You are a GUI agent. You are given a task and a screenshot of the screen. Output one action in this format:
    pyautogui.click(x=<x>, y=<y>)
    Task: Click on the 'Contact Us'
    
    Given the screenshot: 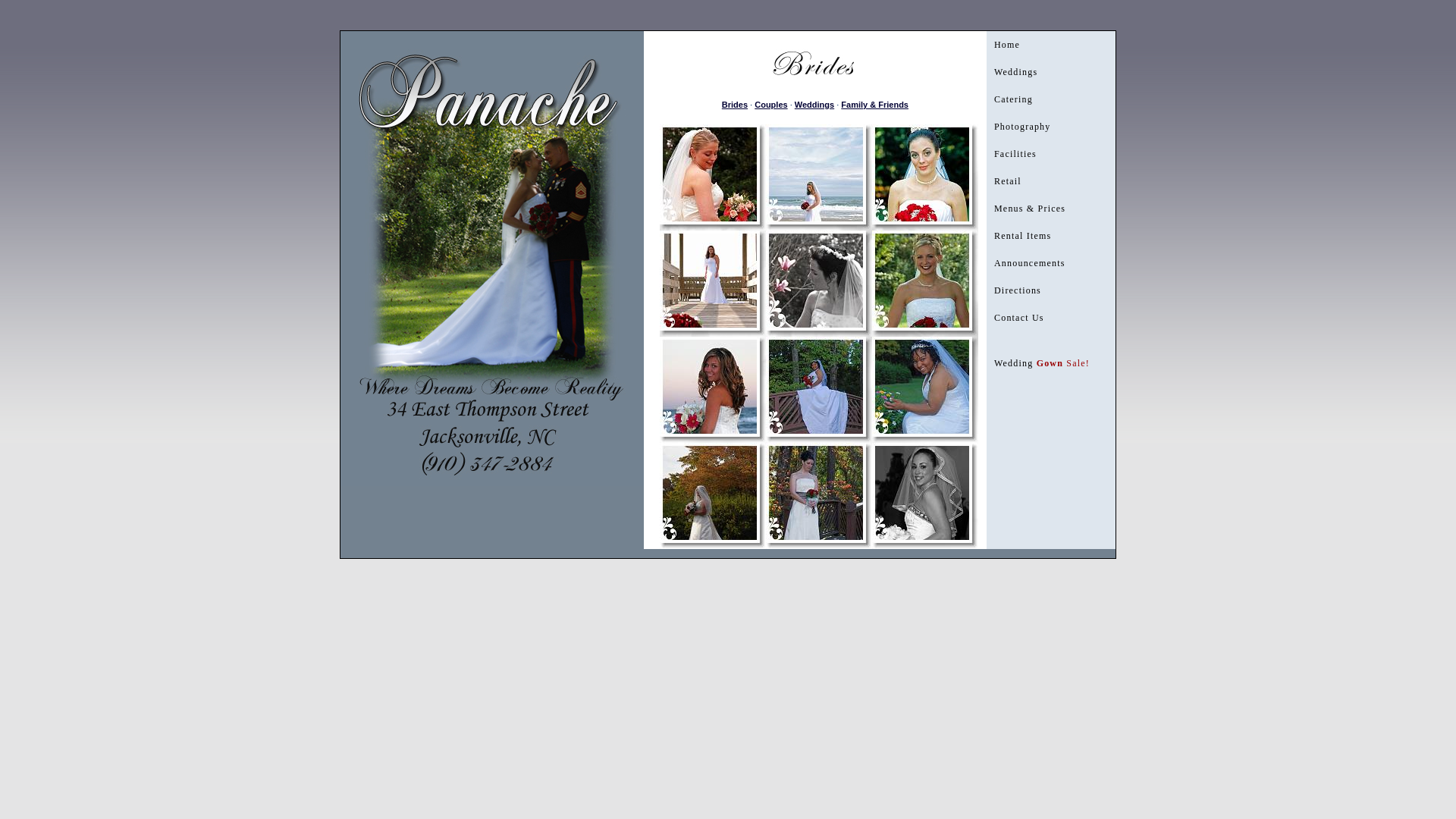 What is the action you would take?
    pyautogui.click(x=1050, y=317)
    